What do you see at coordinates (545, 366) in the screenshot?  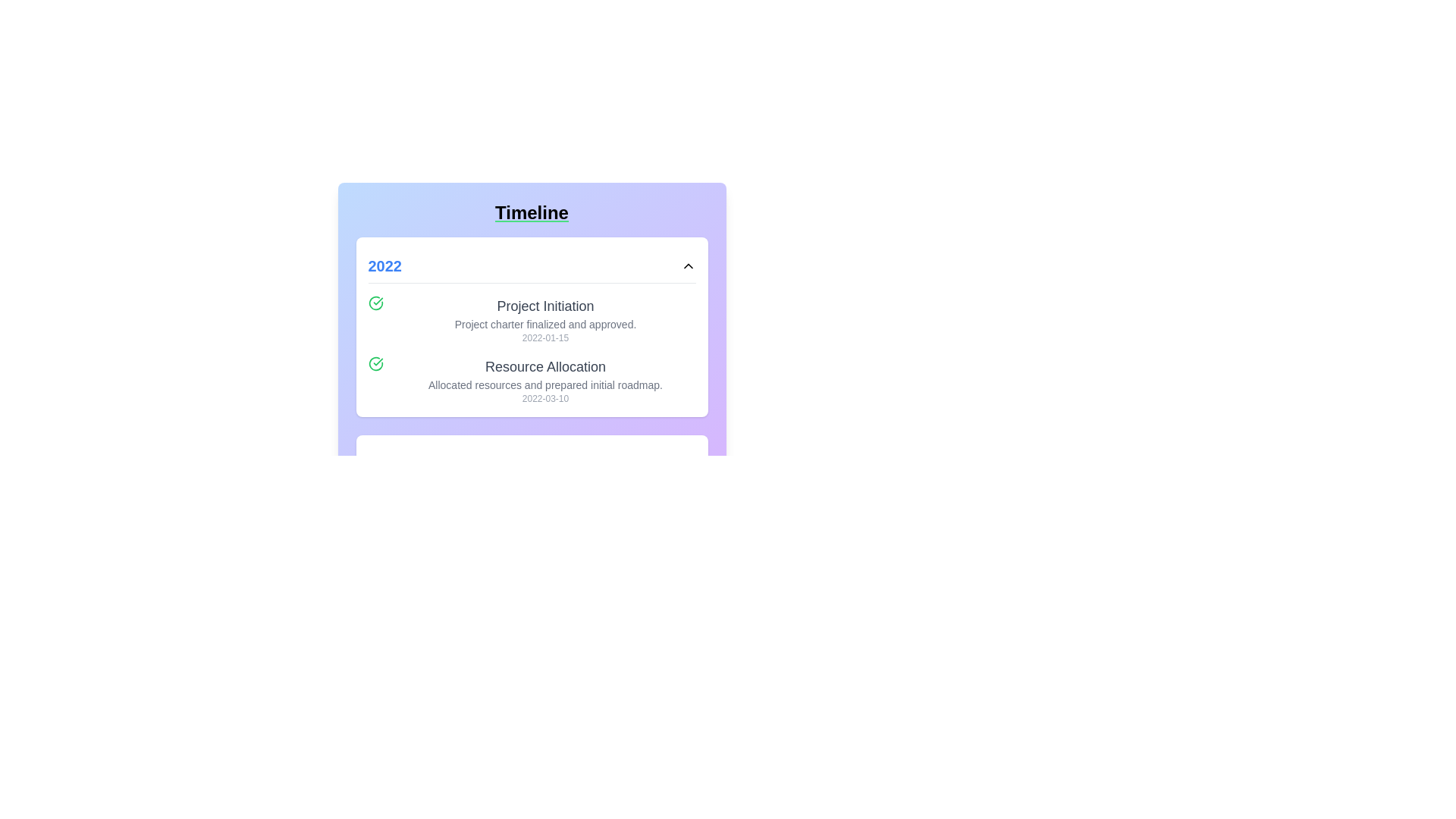 I see `the text label that reads 'Resource Allocation', which is prominently displayed in a large font size and gray color, located just below 'Project Initiation' in the timeline for 2022` at bounding box center [545, 366].